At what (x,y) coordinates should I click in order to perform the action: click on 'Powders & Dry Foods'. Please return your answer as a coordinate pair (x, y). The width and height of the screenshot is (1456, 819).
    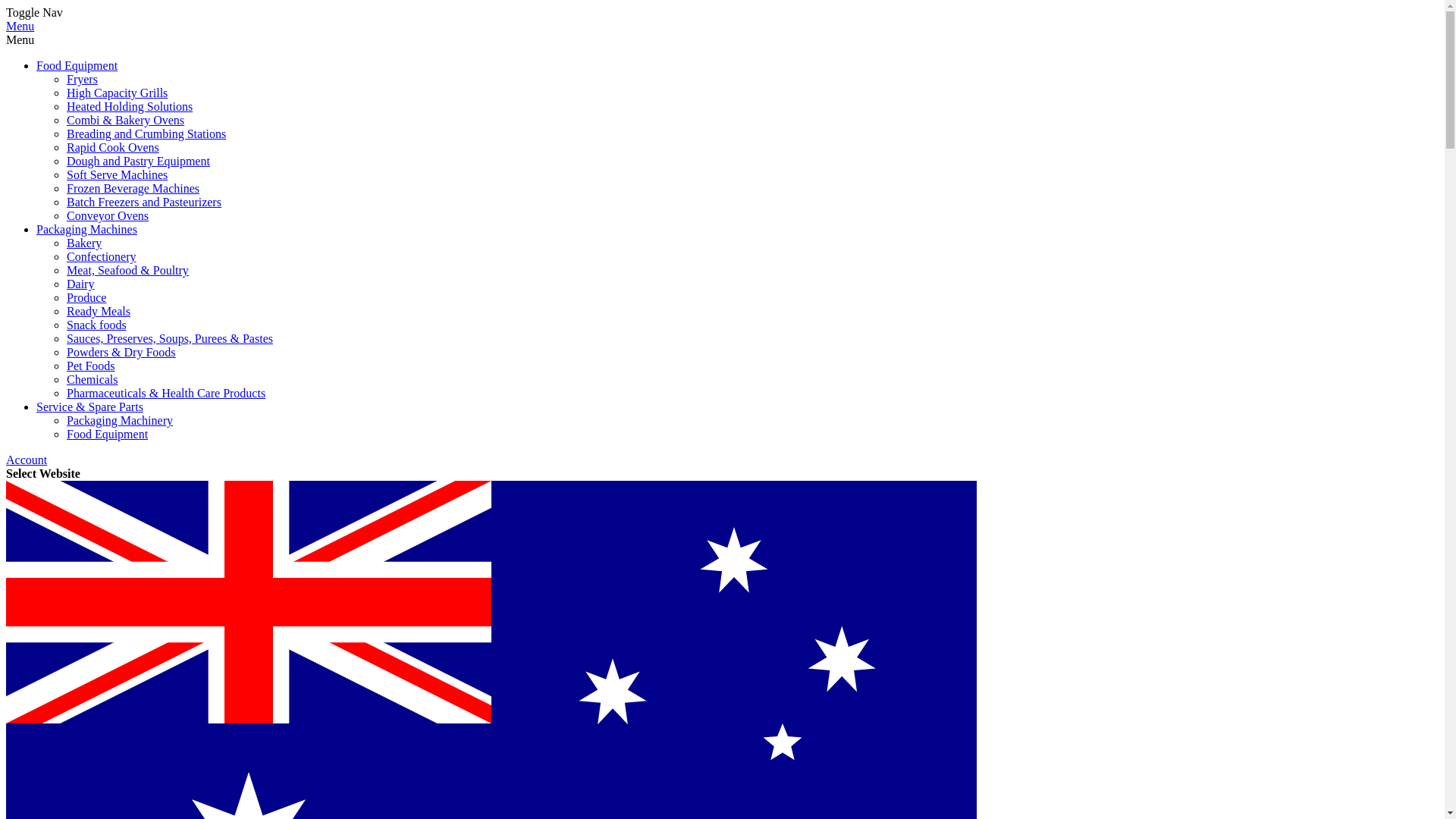
    Looking at the image, I should click on (120, 352).